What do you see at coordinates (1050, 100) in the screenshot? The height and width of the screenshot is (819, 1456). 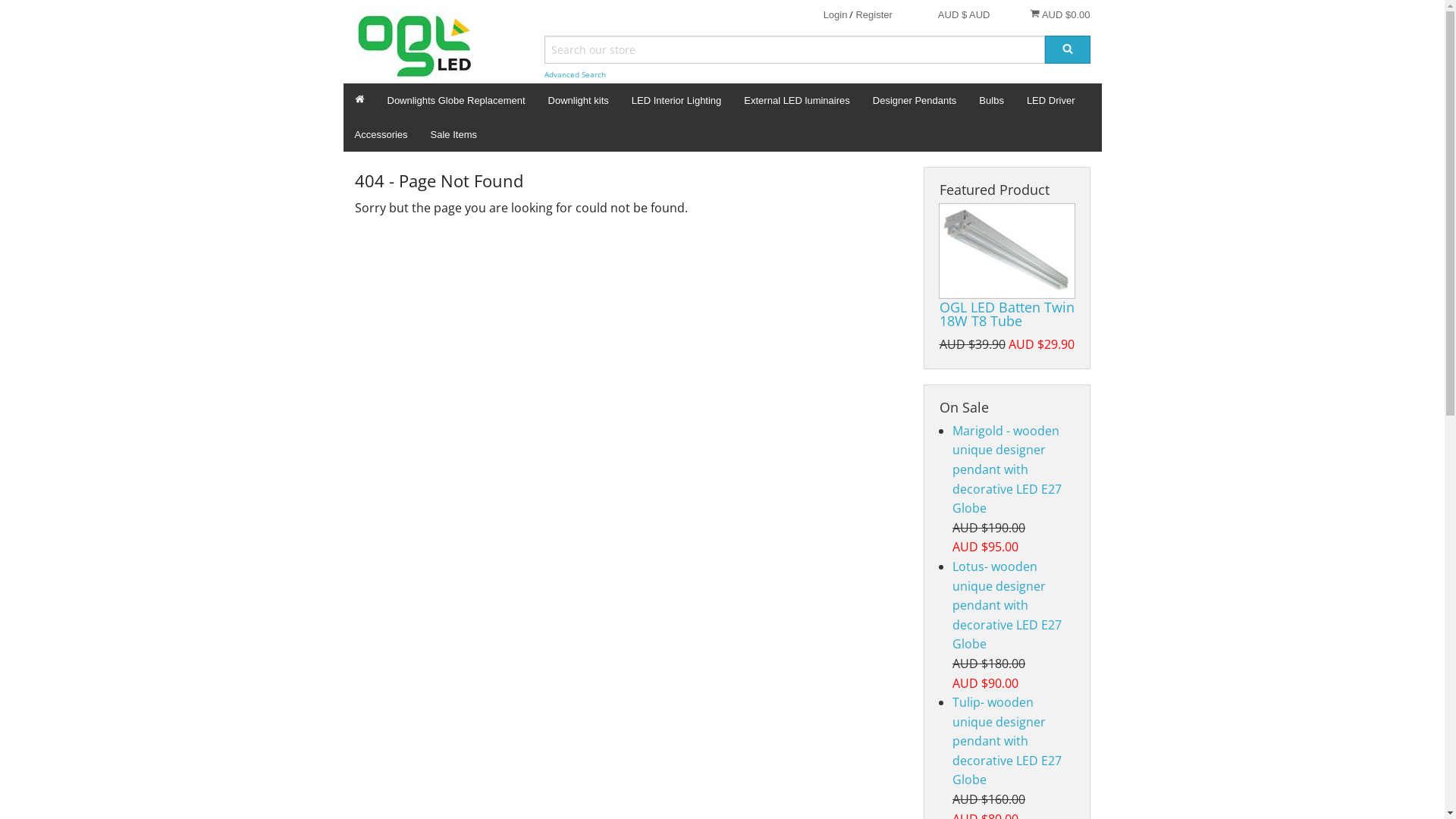 I see `'LED Driver'` at bounding box center [1050, 100].